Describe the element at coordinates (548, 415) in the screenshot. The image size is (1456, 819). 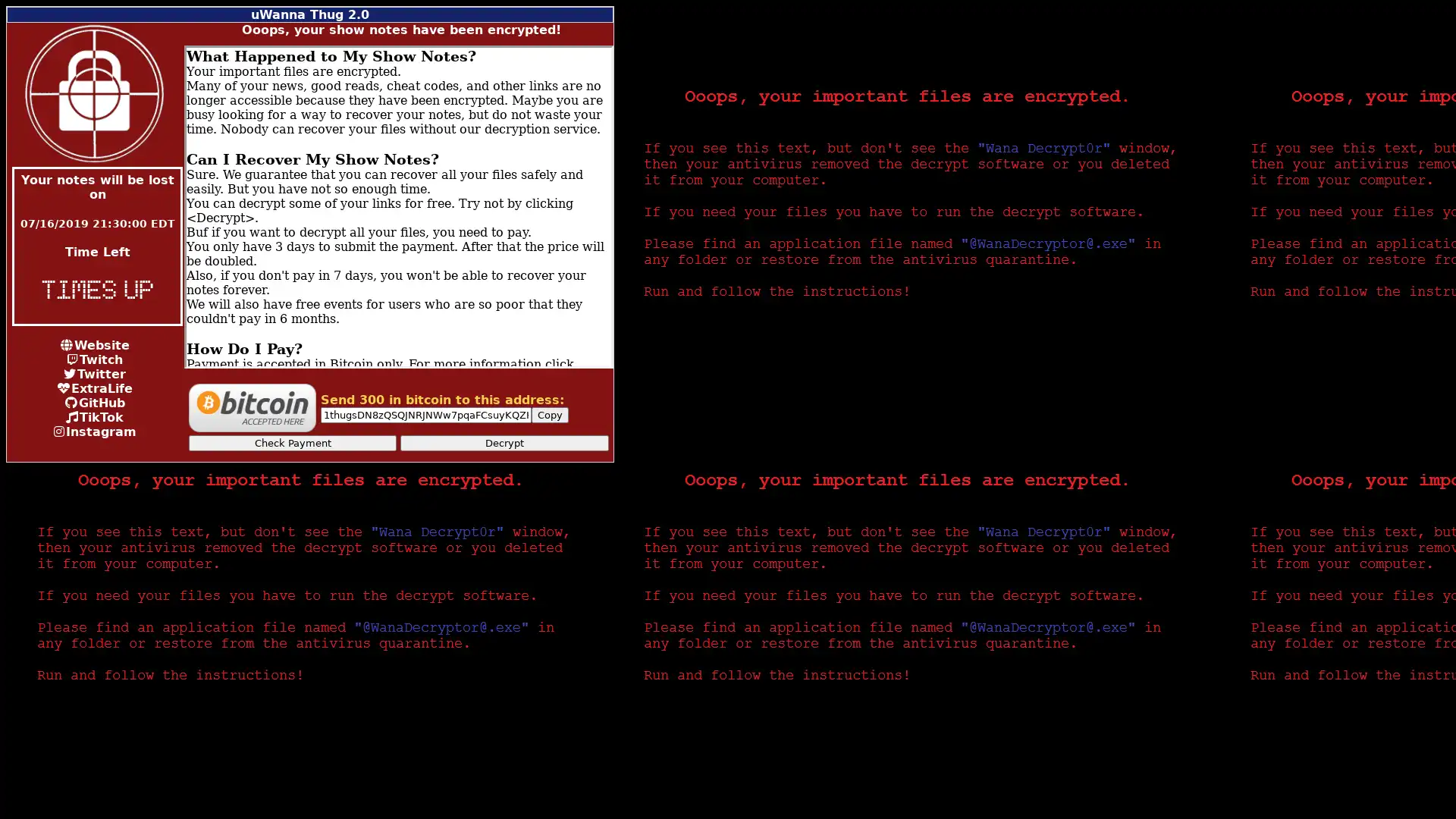
I see `Copy` at that location.